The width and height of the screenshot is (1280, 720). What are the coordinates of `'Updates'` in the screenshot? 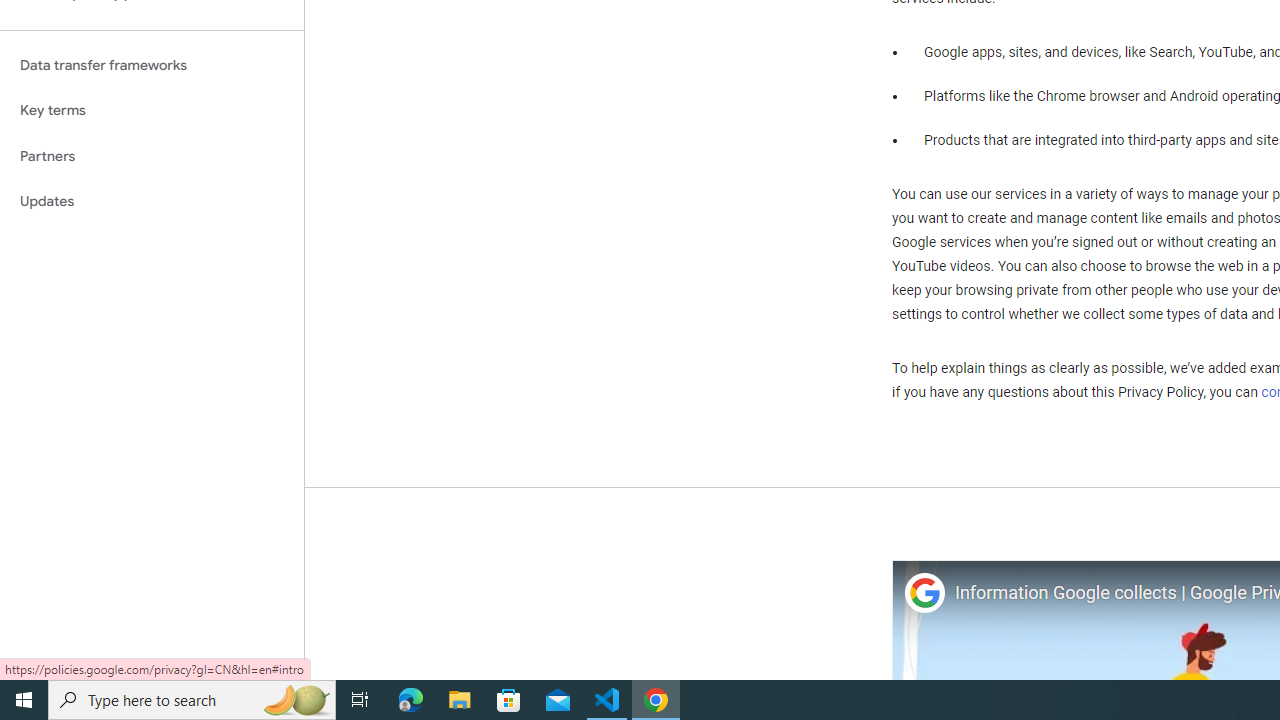 It's located at (151, 201).